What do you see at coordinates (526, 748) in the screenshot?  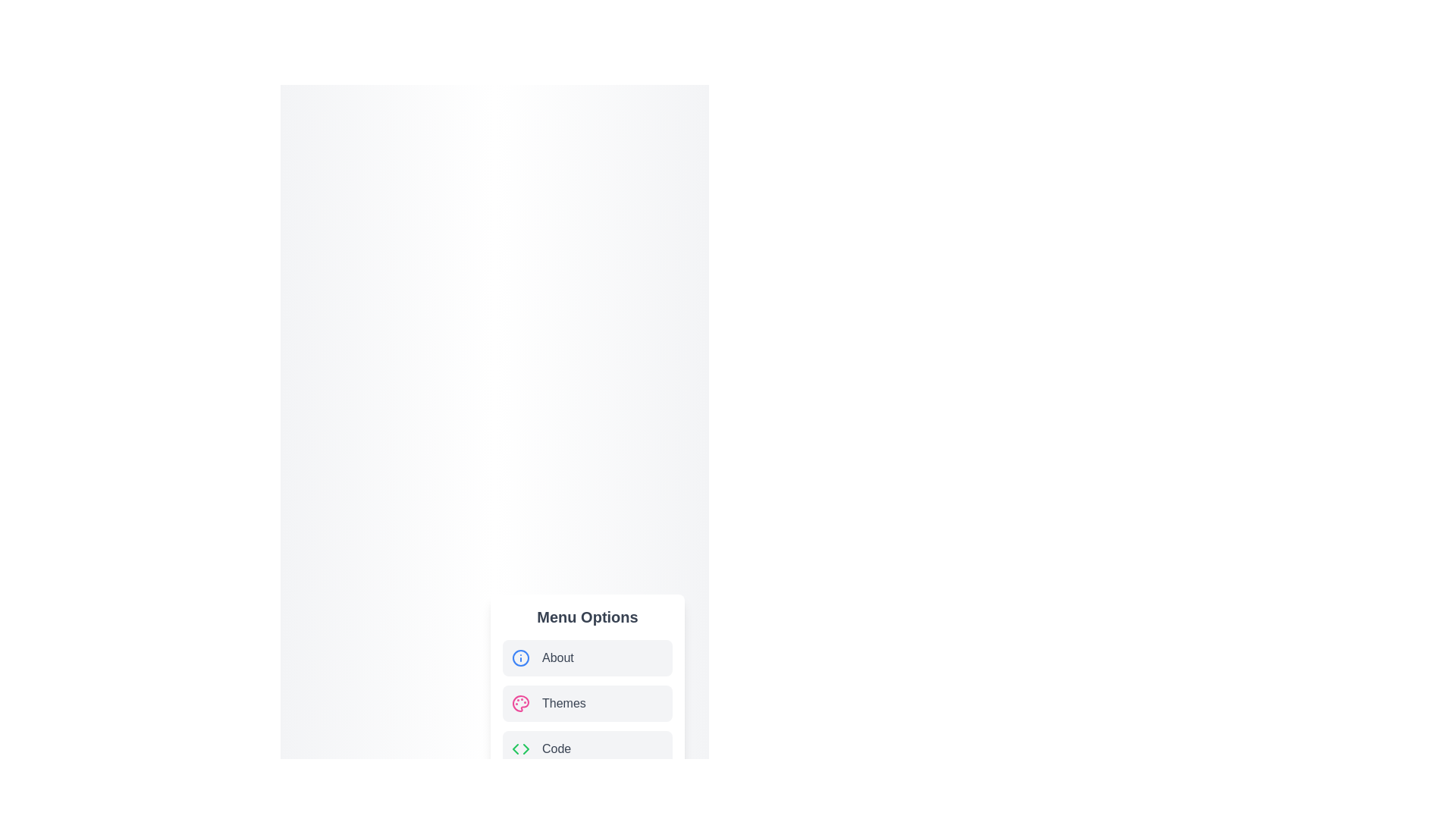 I see `the visual design of the green-colored, right-pointing arrow within the icon representing the 'Code' menu option, located on the right side of the SVG` at bounding box center [526, 748].